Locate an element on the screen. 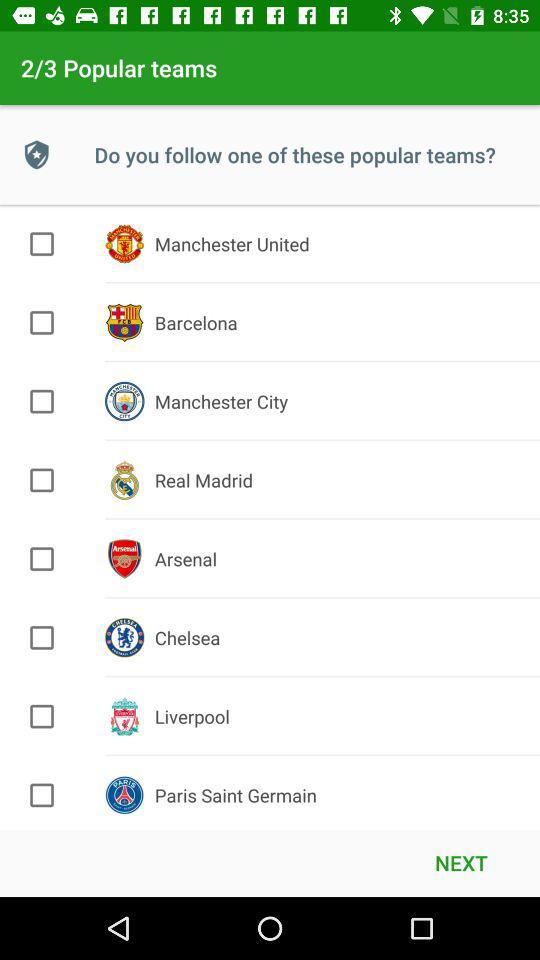  the icon to the right of paris saint germain is located at coordinates (461, 861).